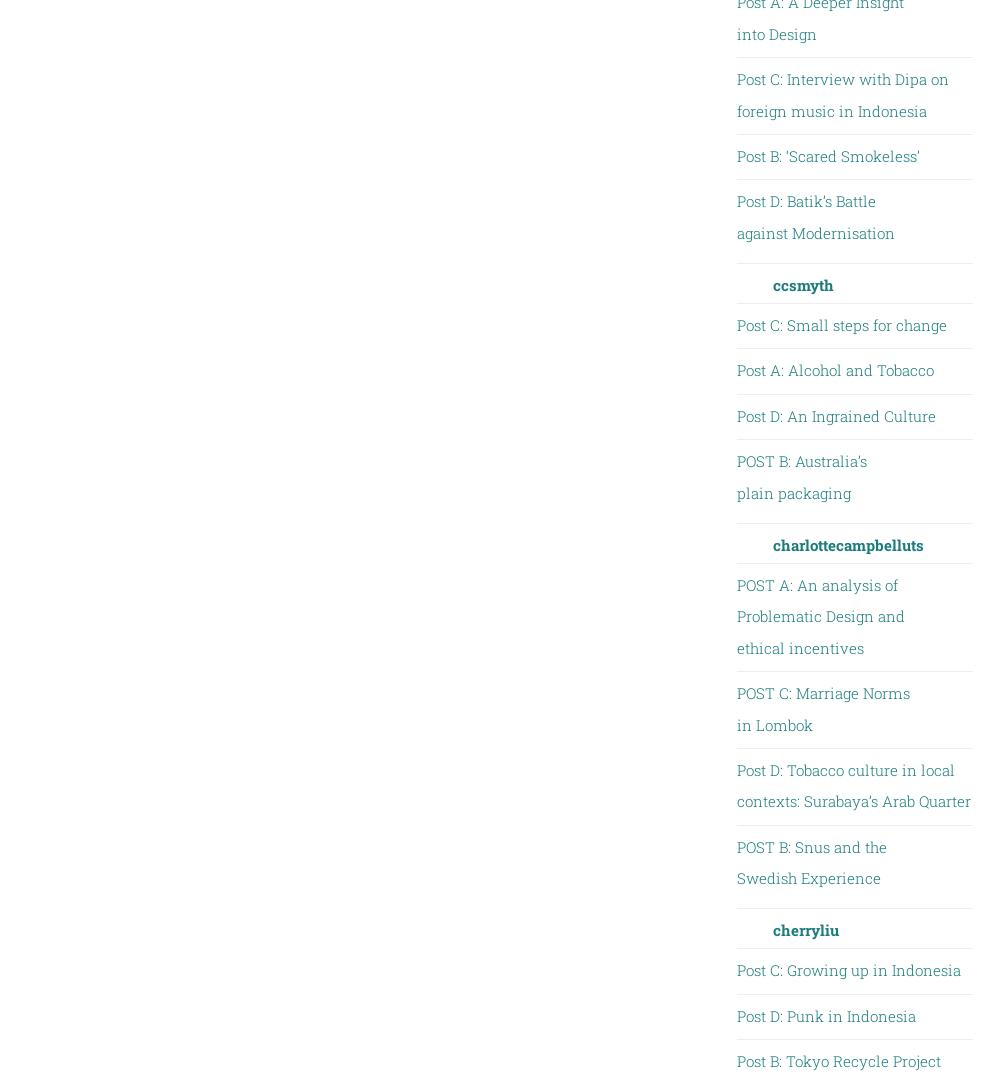  I want to click on 'Post D: Batik’s Battle against Modernisation', so click(814, 216).